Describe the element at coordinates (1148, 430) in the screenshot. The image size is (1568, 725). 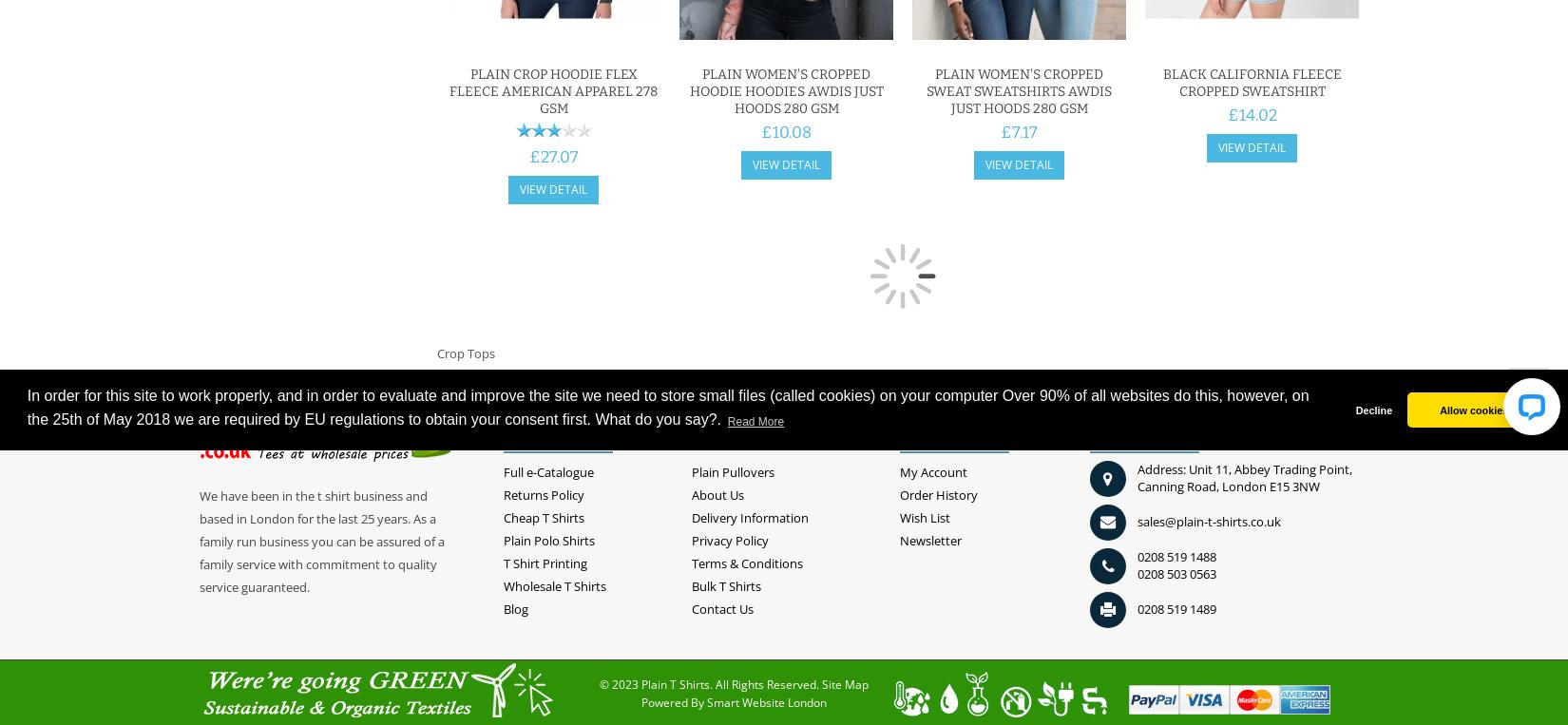
I see `'Contact Us'` at that location.